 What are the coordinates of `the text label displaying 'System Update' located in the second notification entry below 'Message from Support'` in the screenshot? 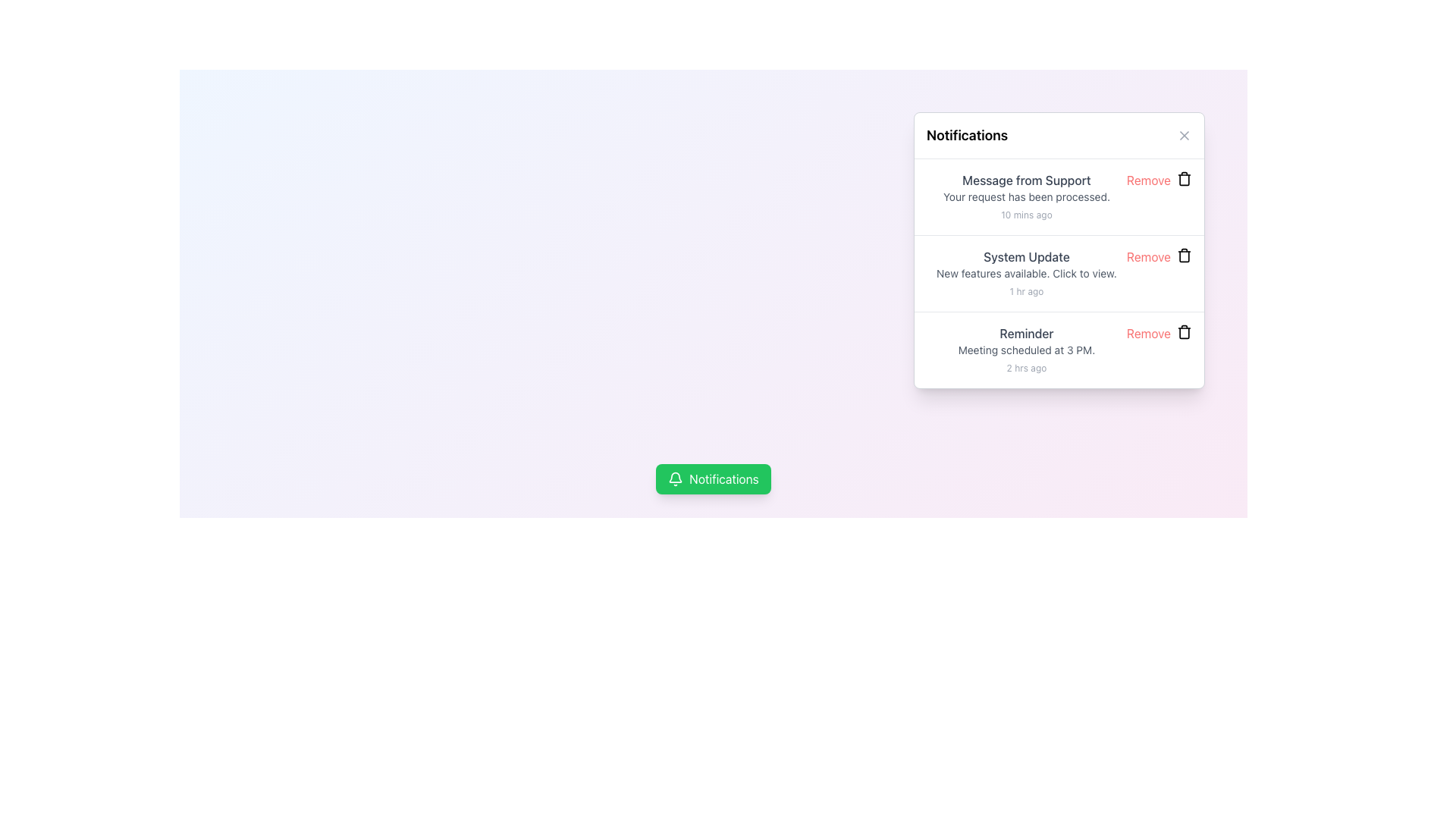 It's located at (1026, 256).